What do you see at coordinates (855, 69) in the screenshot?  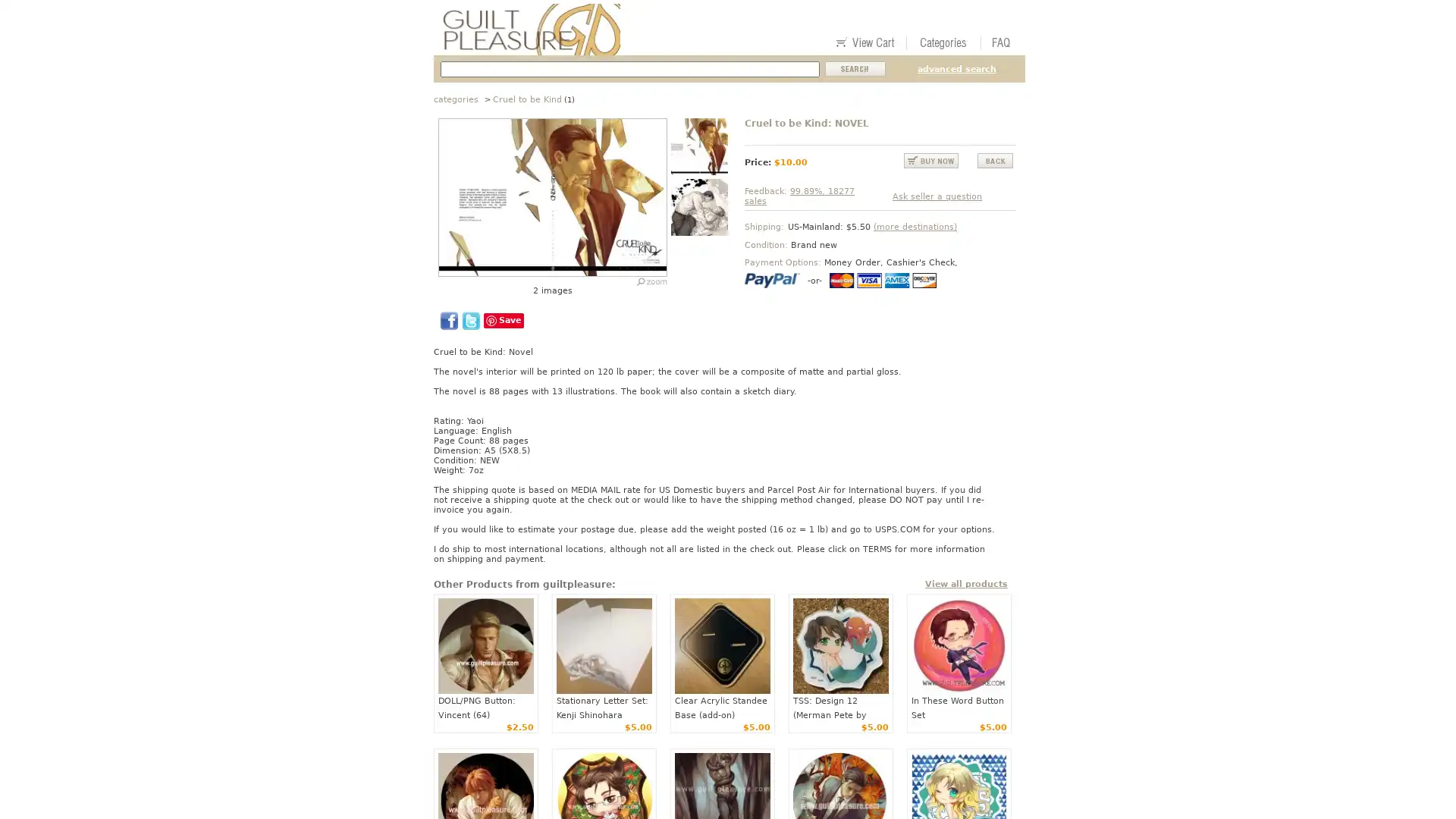 I see `Submit` at bounding box center [855, 69].